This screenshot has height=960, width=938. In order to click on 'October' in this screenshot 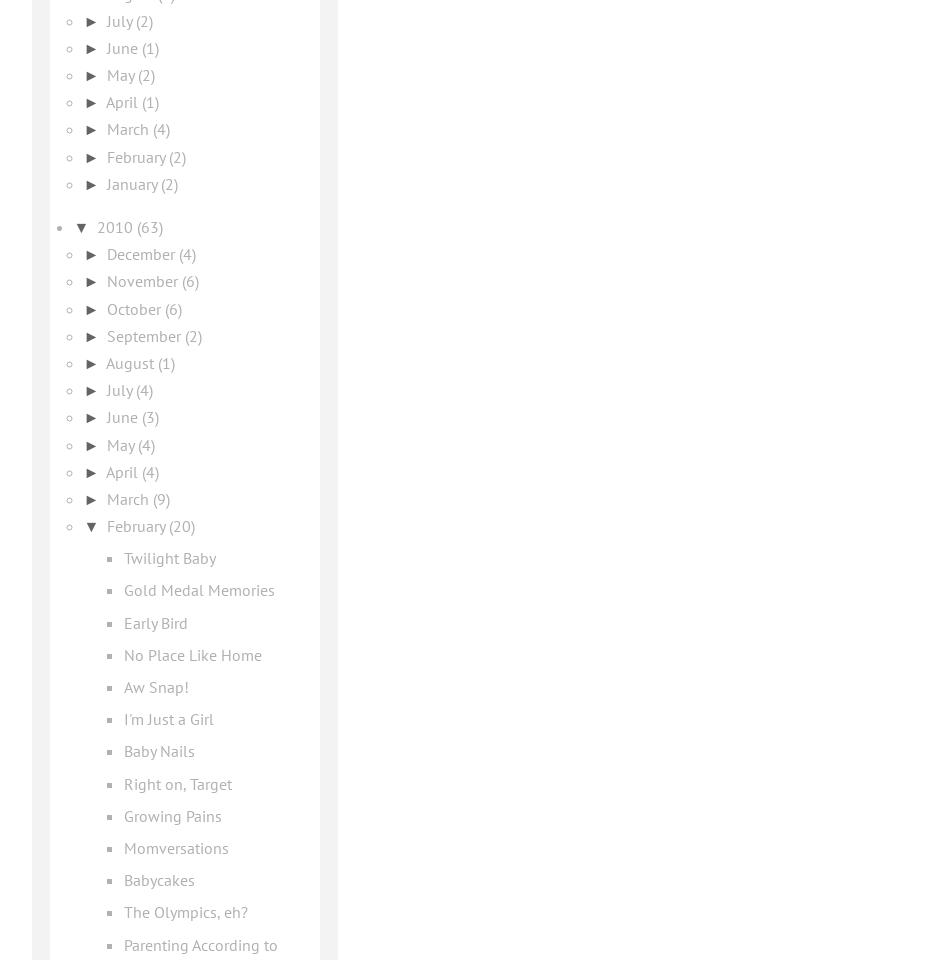, I will do `click(136, 307)`.